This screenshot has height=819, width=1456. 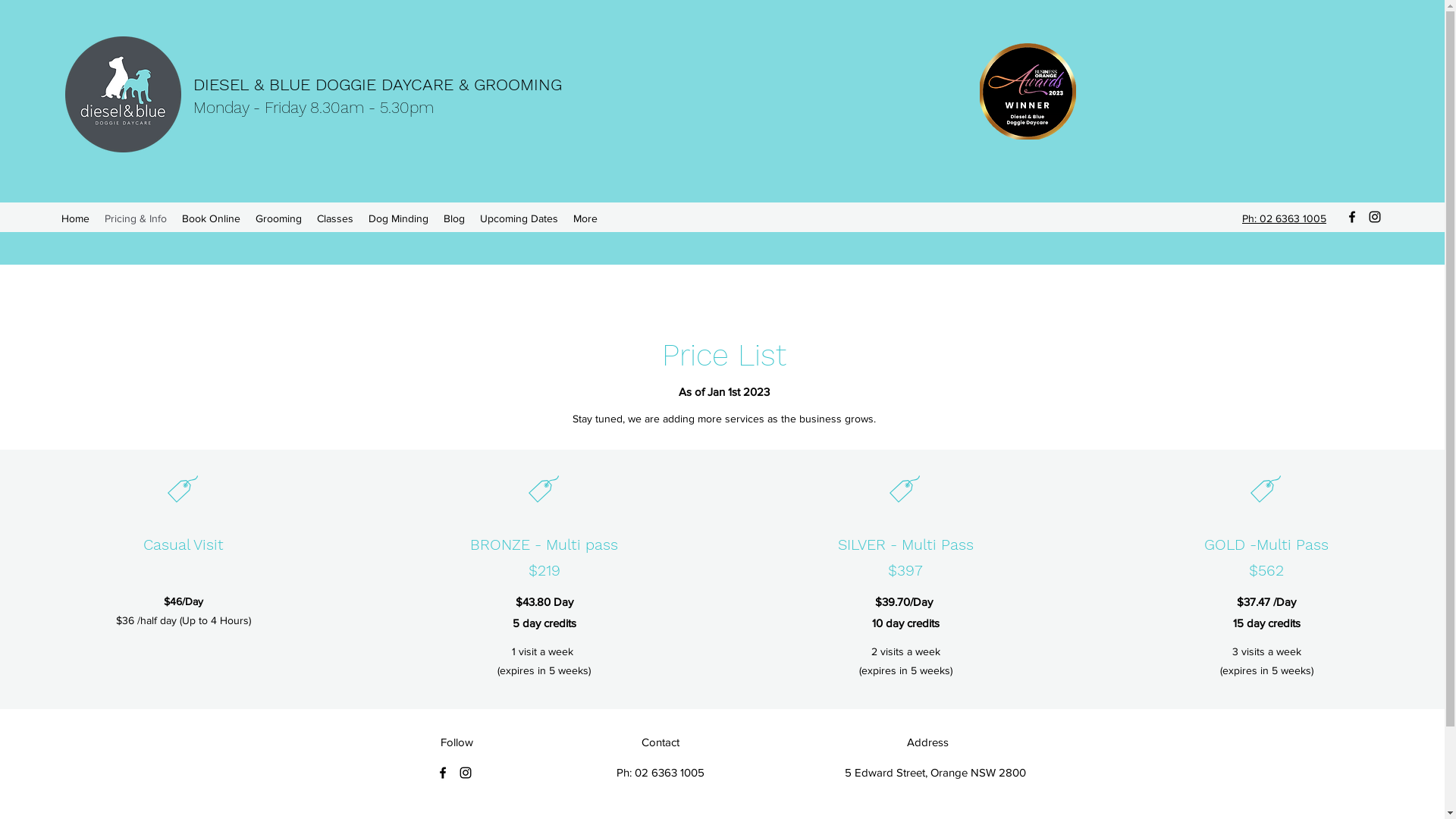 I want to click on 'Classes', so click(x=334, y=218).